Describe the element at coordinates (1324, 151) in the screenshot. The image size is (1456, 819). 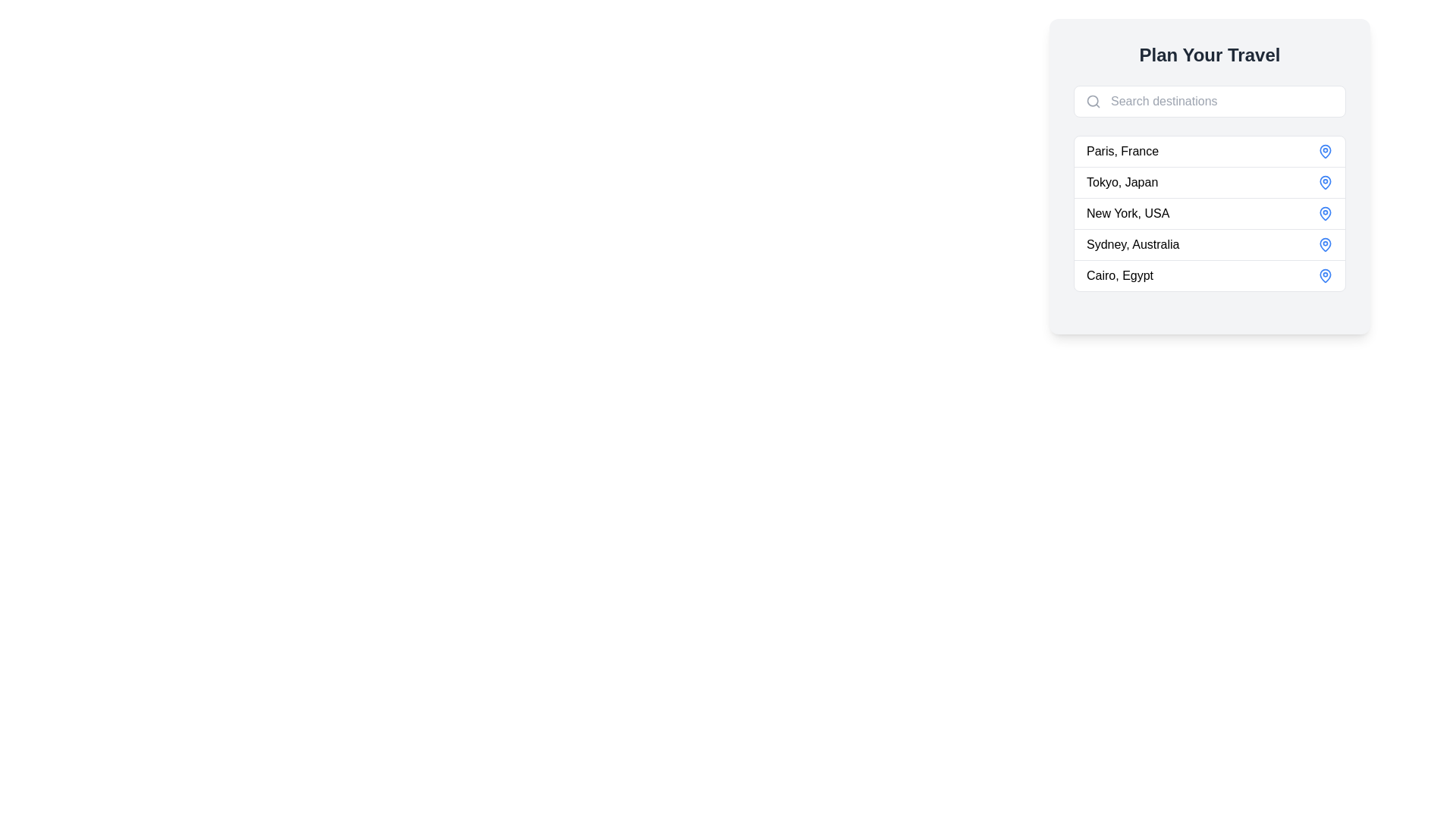
I see `the pin icon located at the end of the first row for the destination 'Paris, France', which serves as an indicator of the location` at that location.